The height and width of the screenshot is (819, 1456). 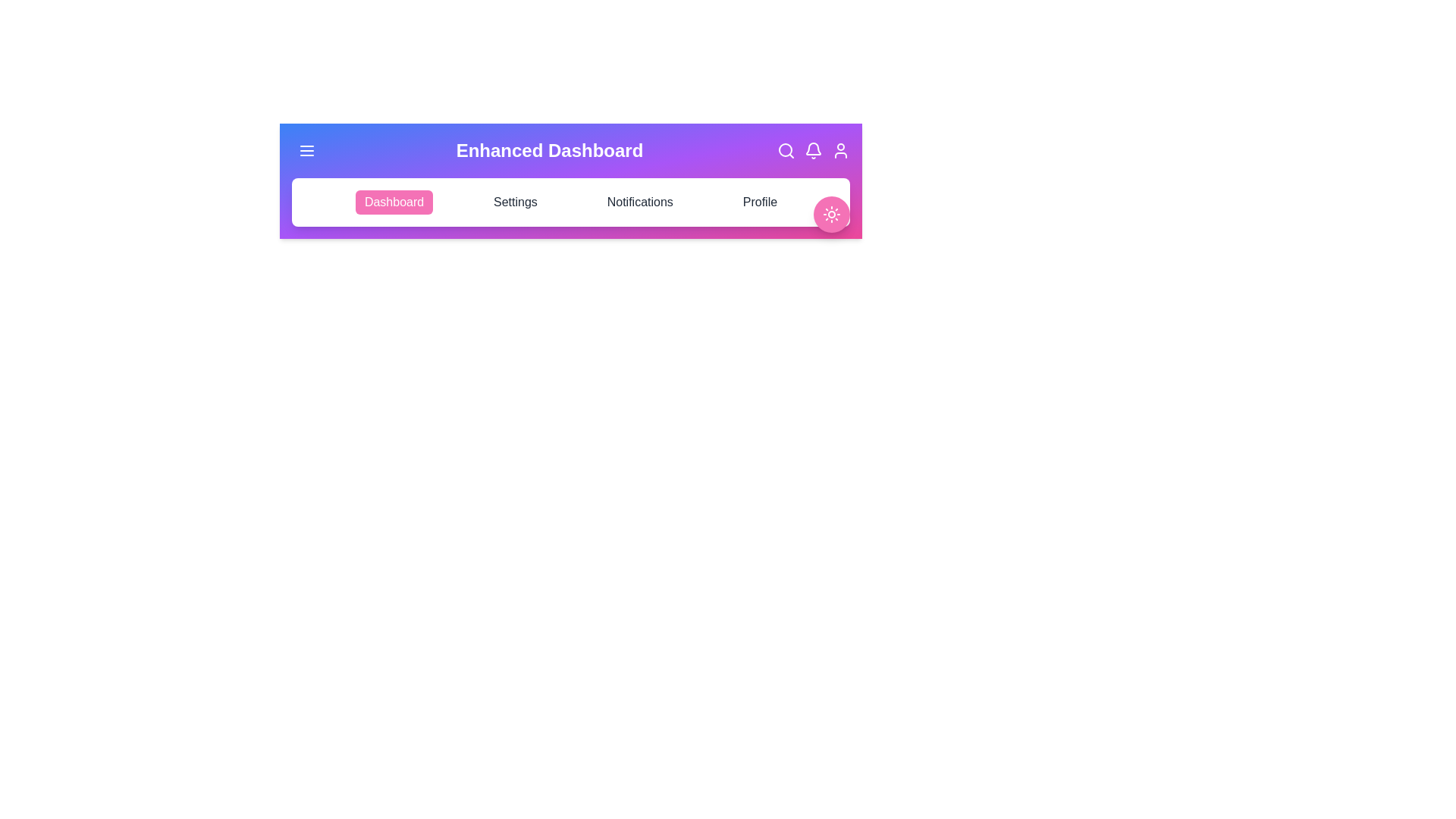 I want to click on the floating sun icon at the bottom-right corner, so click(x=831, y=214).